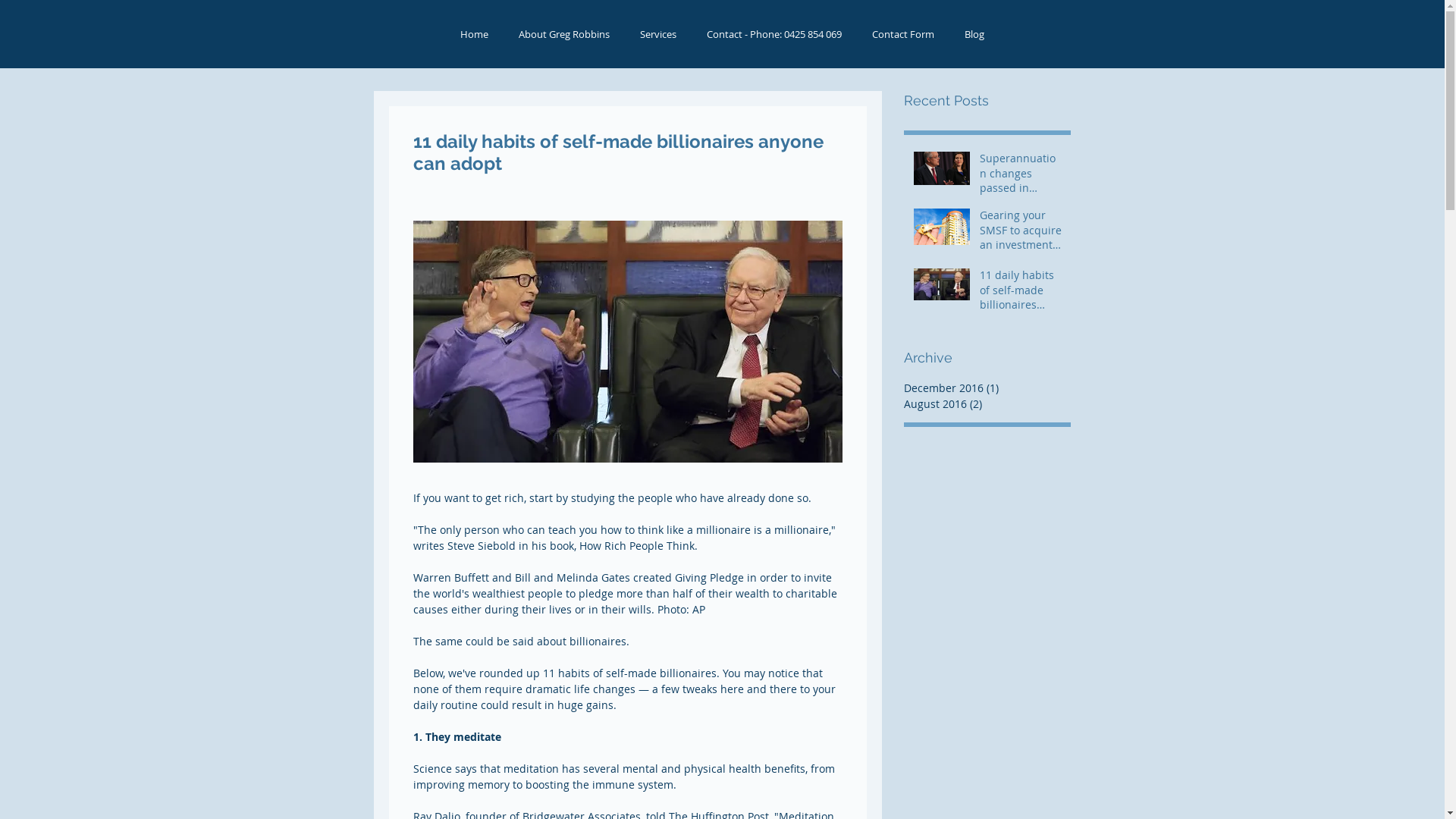  What do you see at coordinates (1020, 233) in the screenshot?
I see `'Gearing your SMSF to acquire an investment property'` at bounding box center [1020, 233].